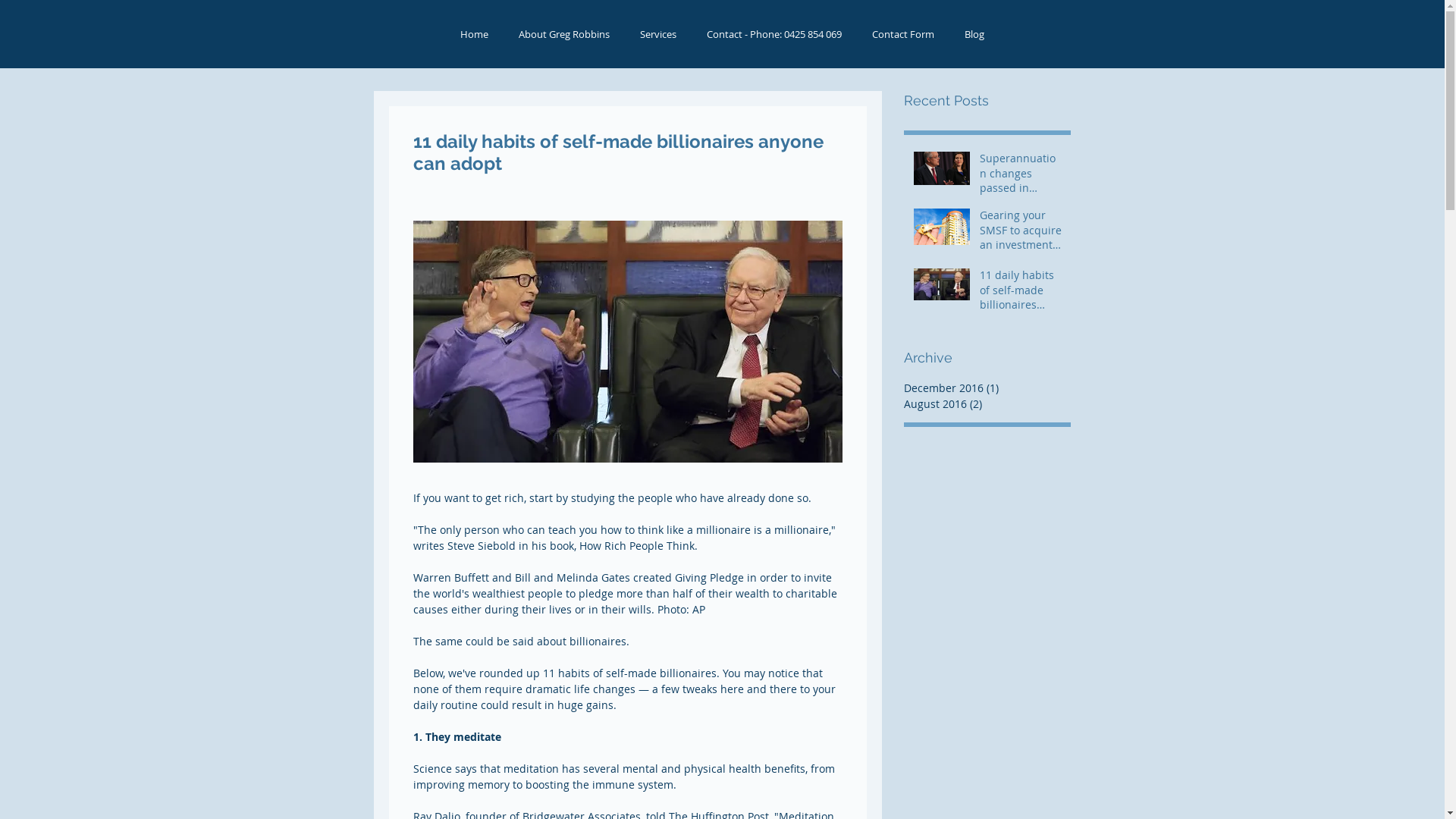  What do you see at coordinates (1020, 233) in the screenshot?
I see `'Gearing your SMSF to acquire an investment property'` at bounding box center [1020, 233].